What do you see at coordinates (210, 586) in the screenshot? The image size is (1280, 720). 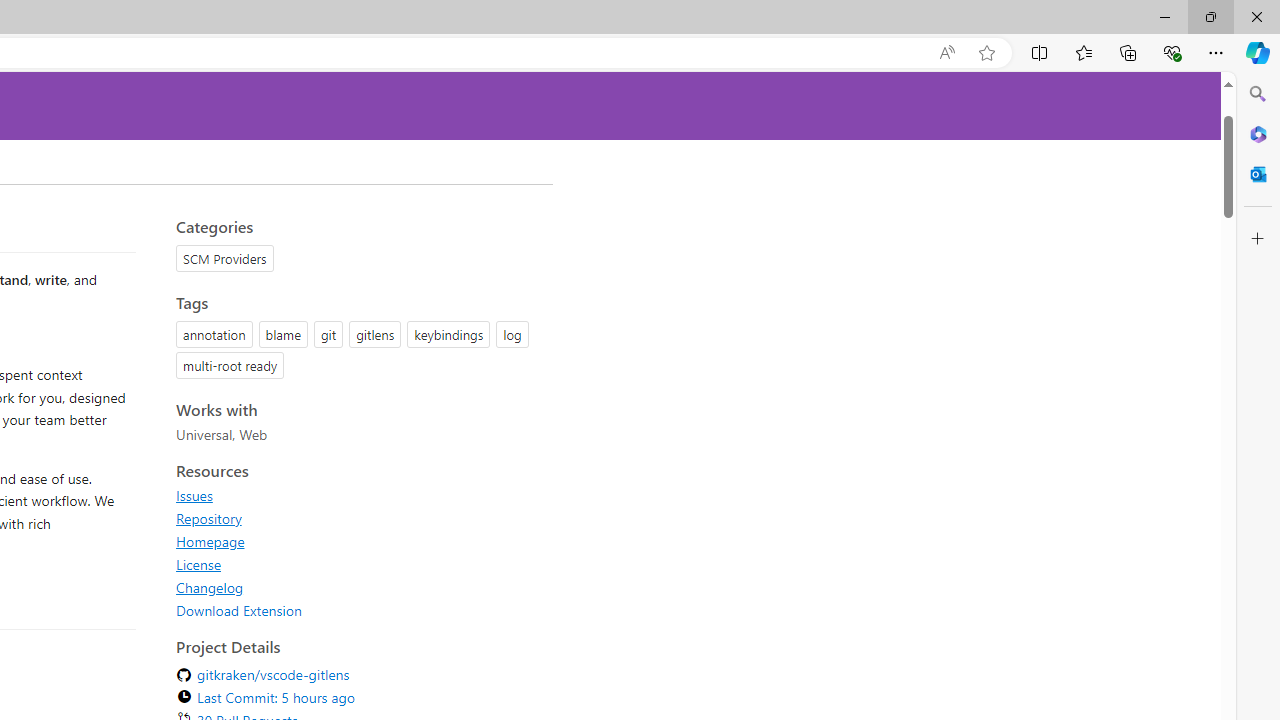 I see `'Changelog'` at bounding box center [210, 586].